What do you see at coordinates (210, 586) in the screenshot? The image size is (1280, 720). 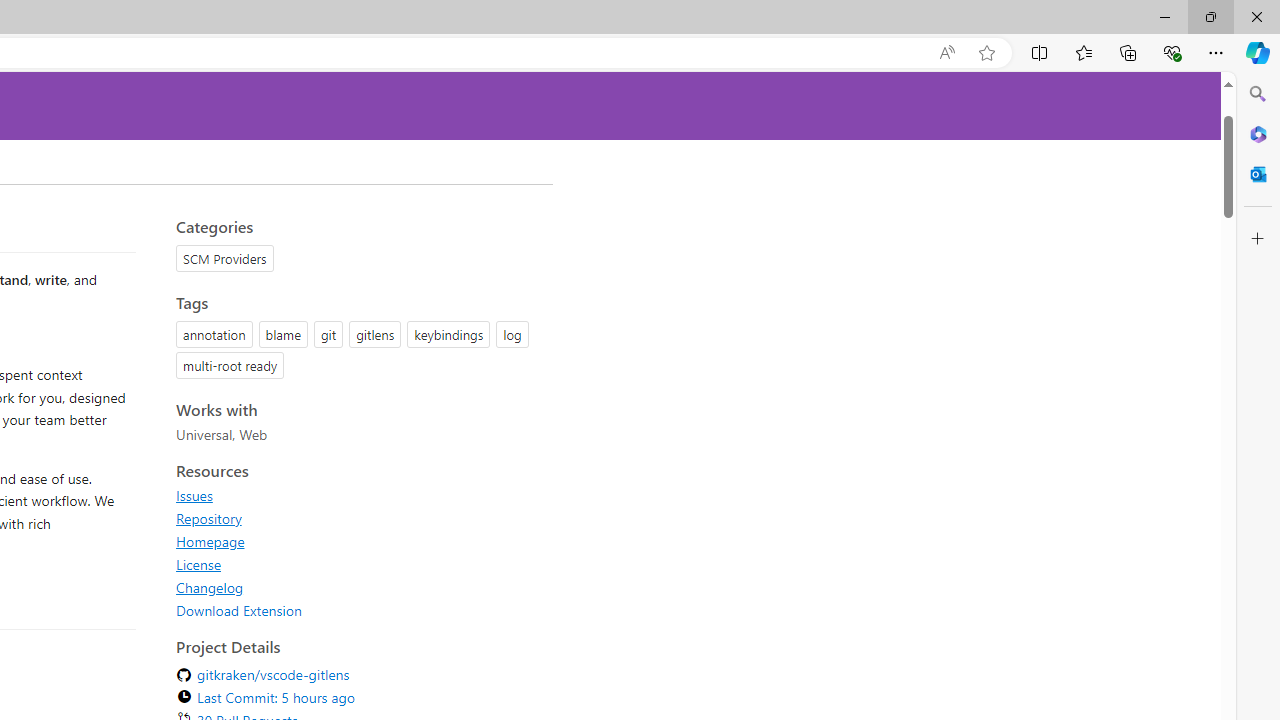 I see `'Changelog'` at bounding box center [210, 586].